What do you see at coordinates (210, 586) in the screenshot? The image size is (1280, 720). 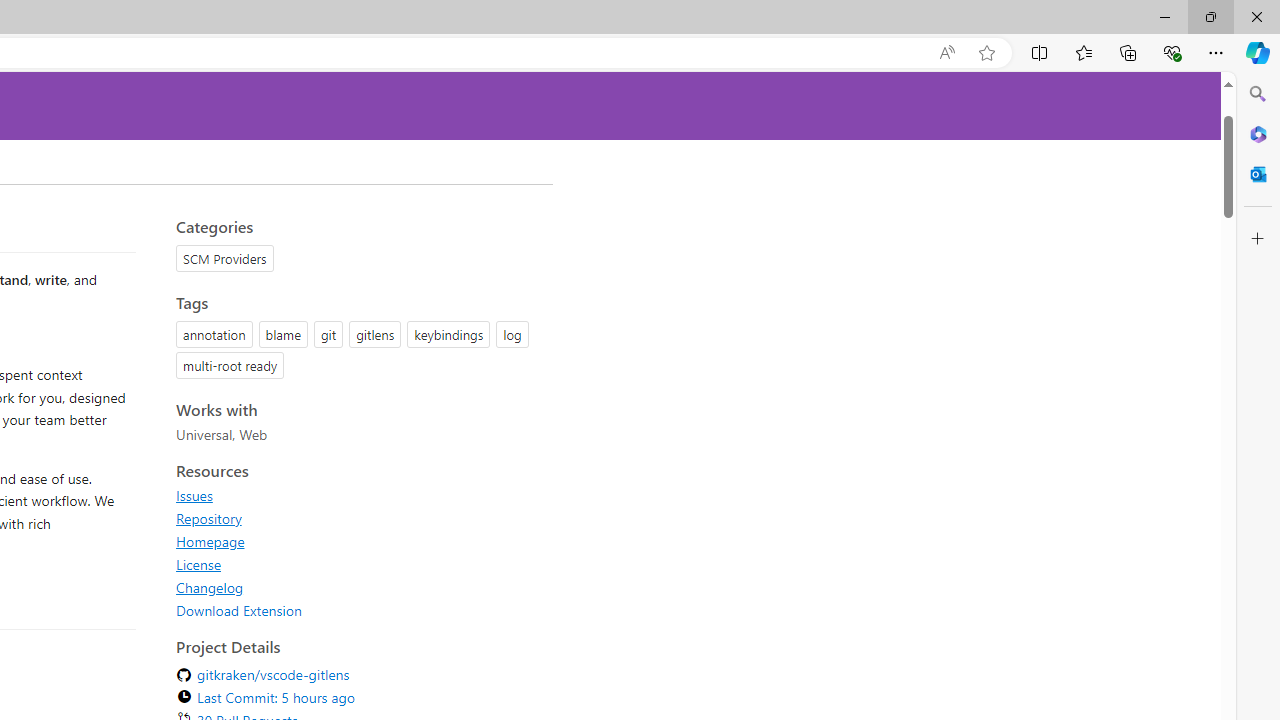 I see `'Changelog'` at bounding box center [210, 586].